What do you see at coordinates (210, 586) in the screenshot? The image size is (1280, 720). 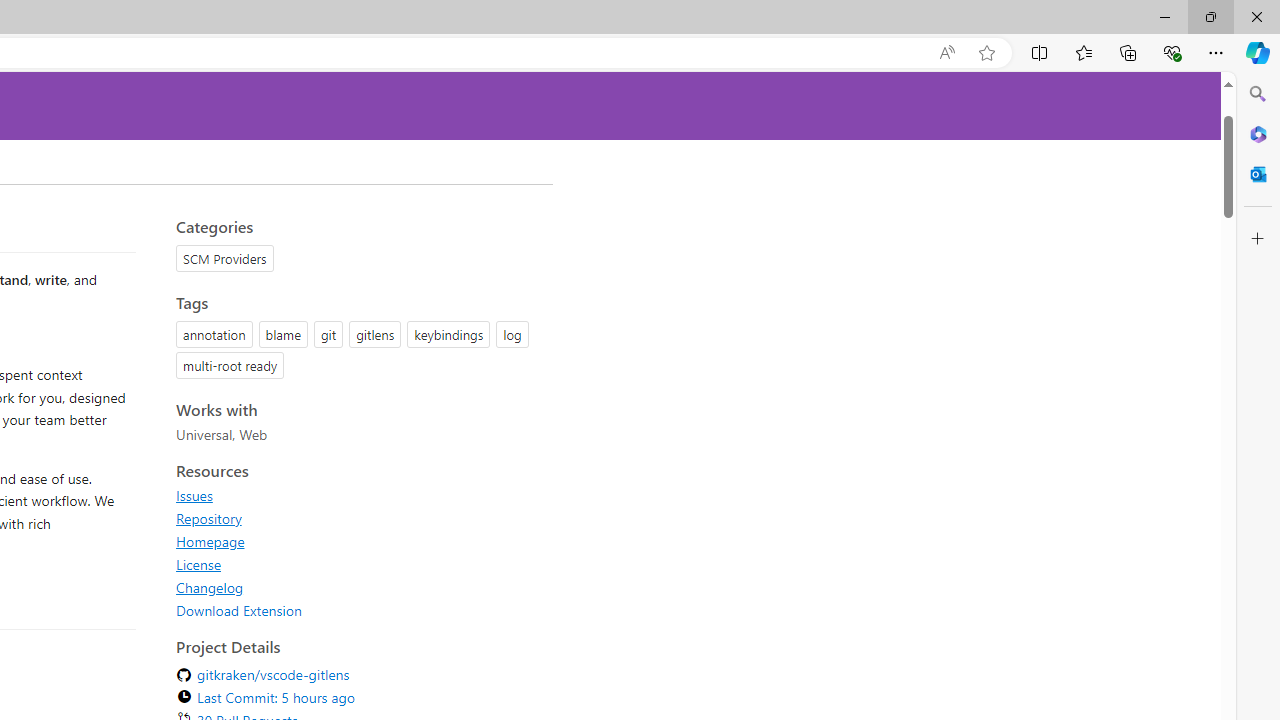 I see `'Changelog'` at bounding box center [210, 586].